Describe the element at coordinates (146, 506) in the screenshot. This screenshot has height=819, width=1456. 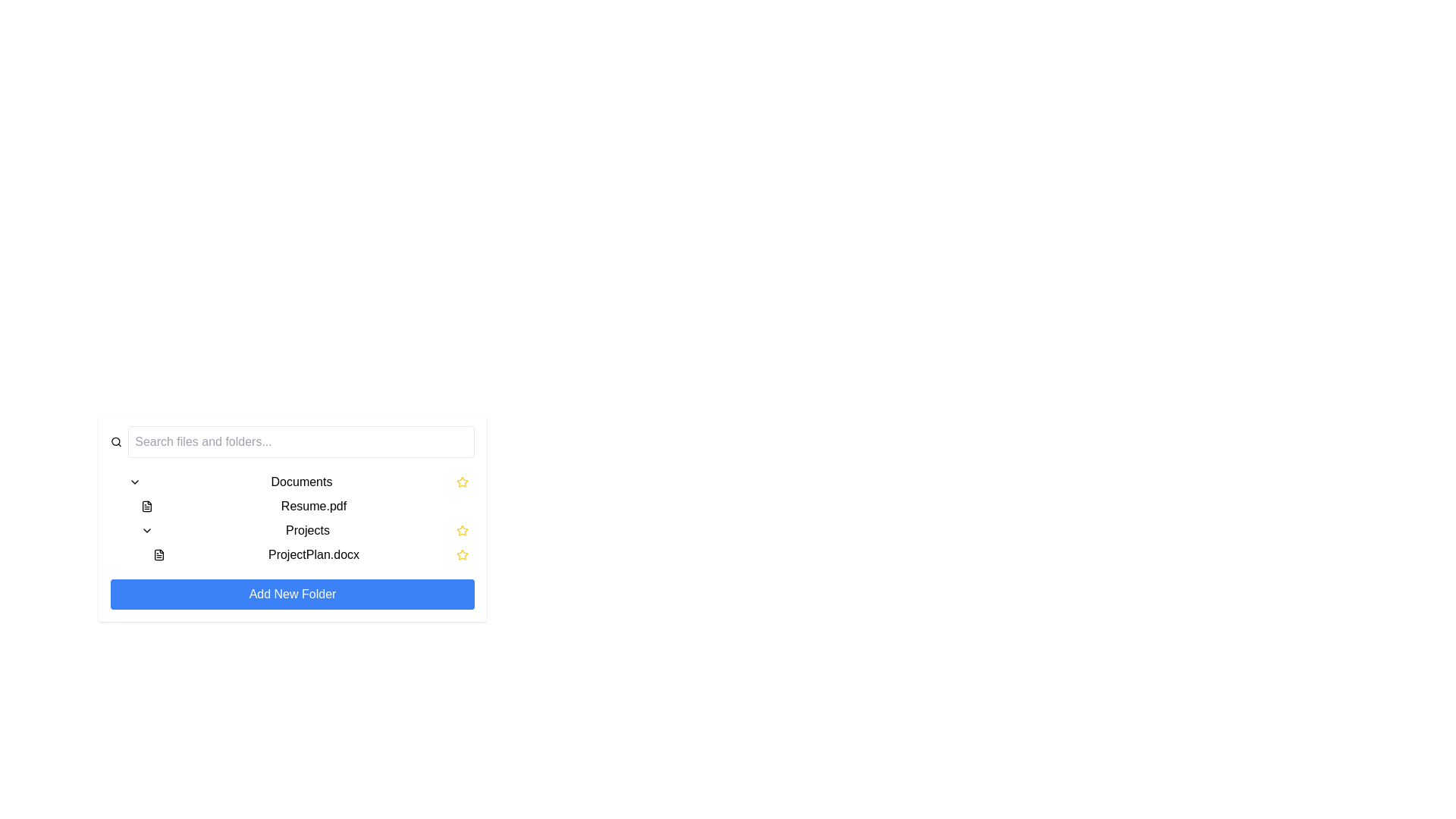
I see `the file icon representing 'Resume.pdf'` at that location.